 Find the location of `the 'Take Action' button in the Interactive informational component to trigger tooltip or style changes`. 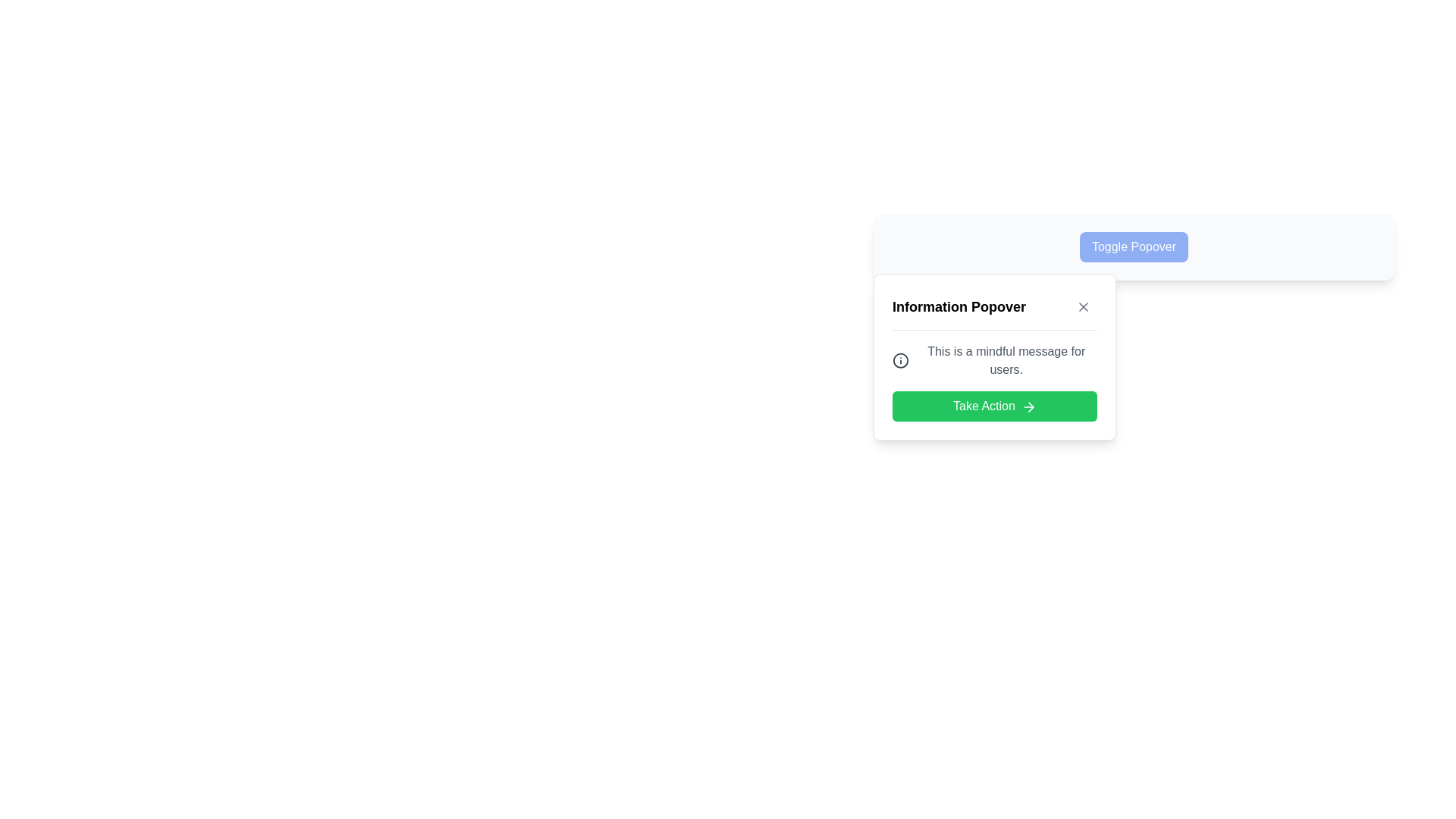

the 'Take Action' button in the Interactive informational component to trigger tooltip or style changes is located at coordinates (994, 381).